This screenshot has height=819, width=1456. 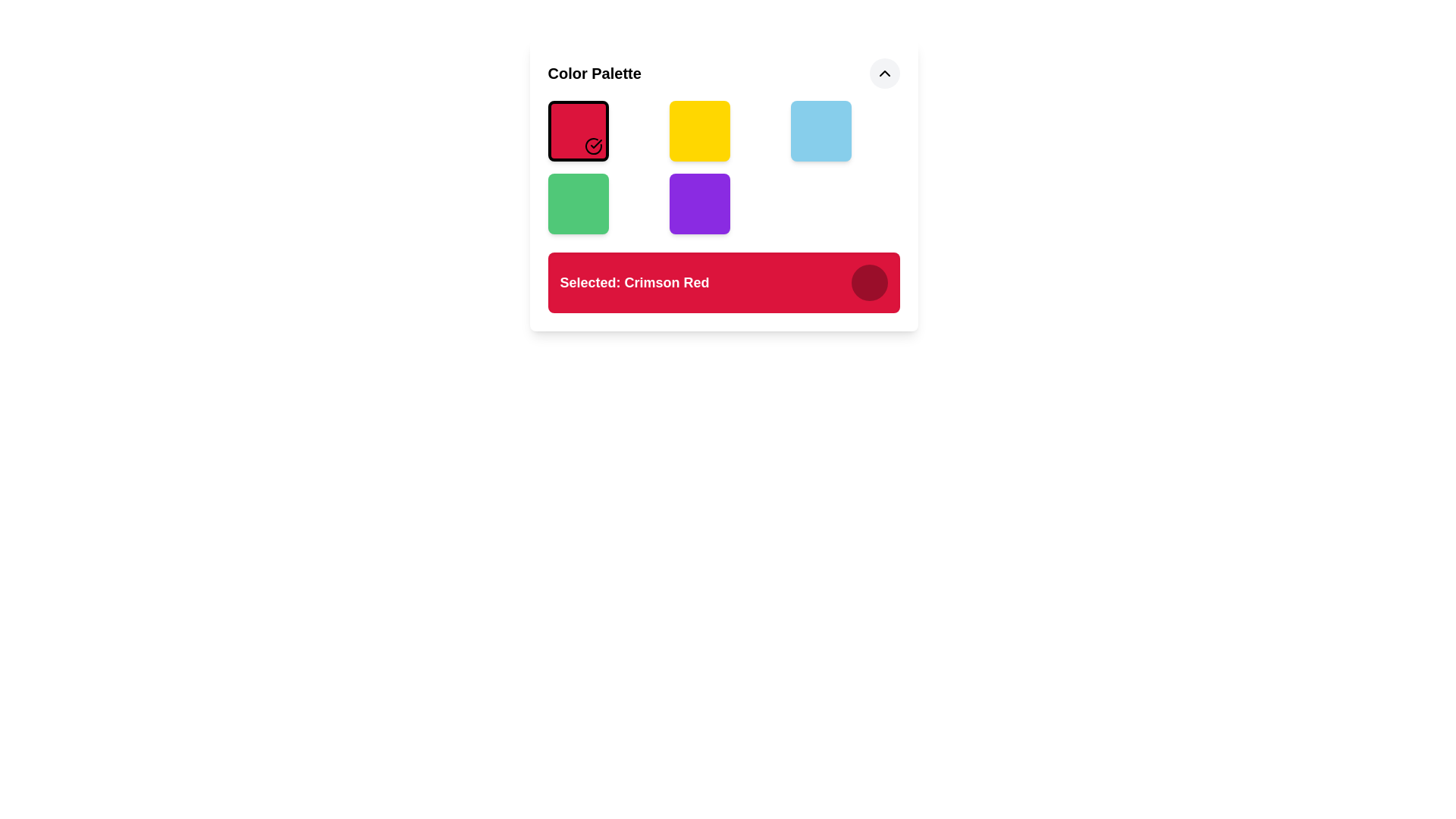 What do you see at coordinates (577, 130) in the screenshot?
I see `the top-left selectable color tile in the color palette, which has a crimson red background and a black border with a checkmark icon` at bounding box center [577, 130].